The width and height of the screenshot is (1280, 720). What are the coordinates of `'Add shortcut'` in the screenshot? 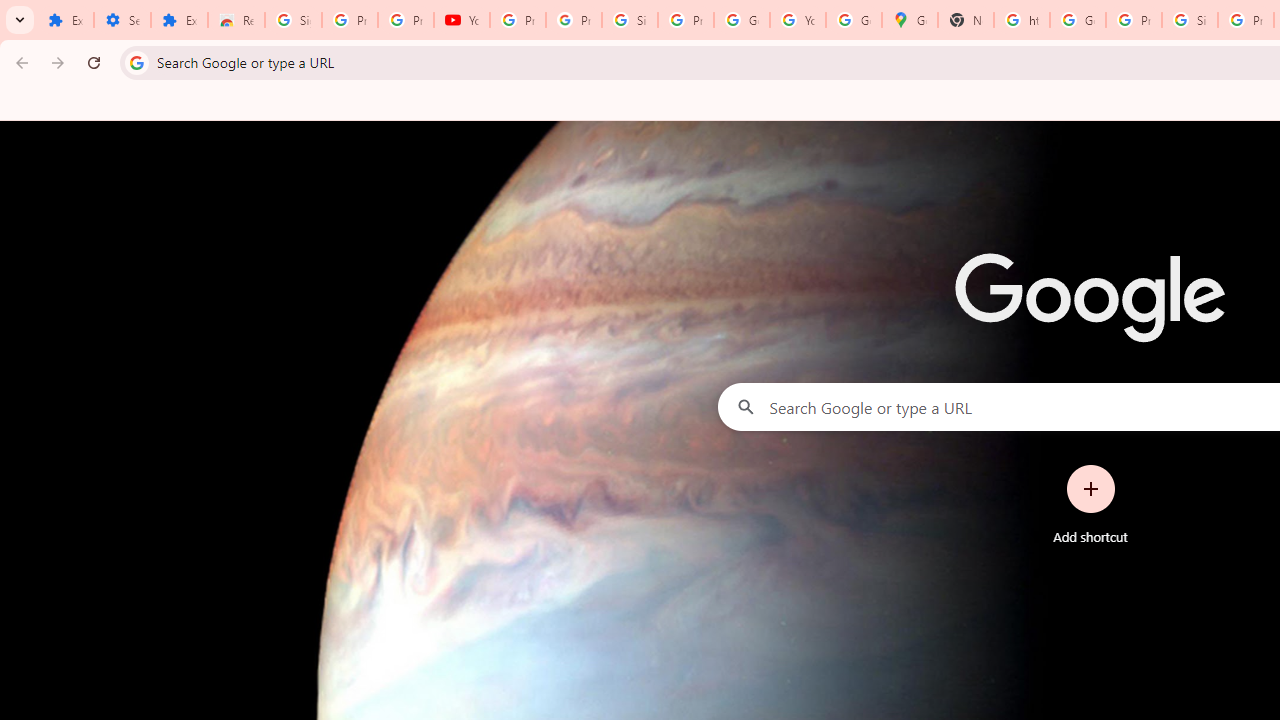 It's located at (1089, 504).